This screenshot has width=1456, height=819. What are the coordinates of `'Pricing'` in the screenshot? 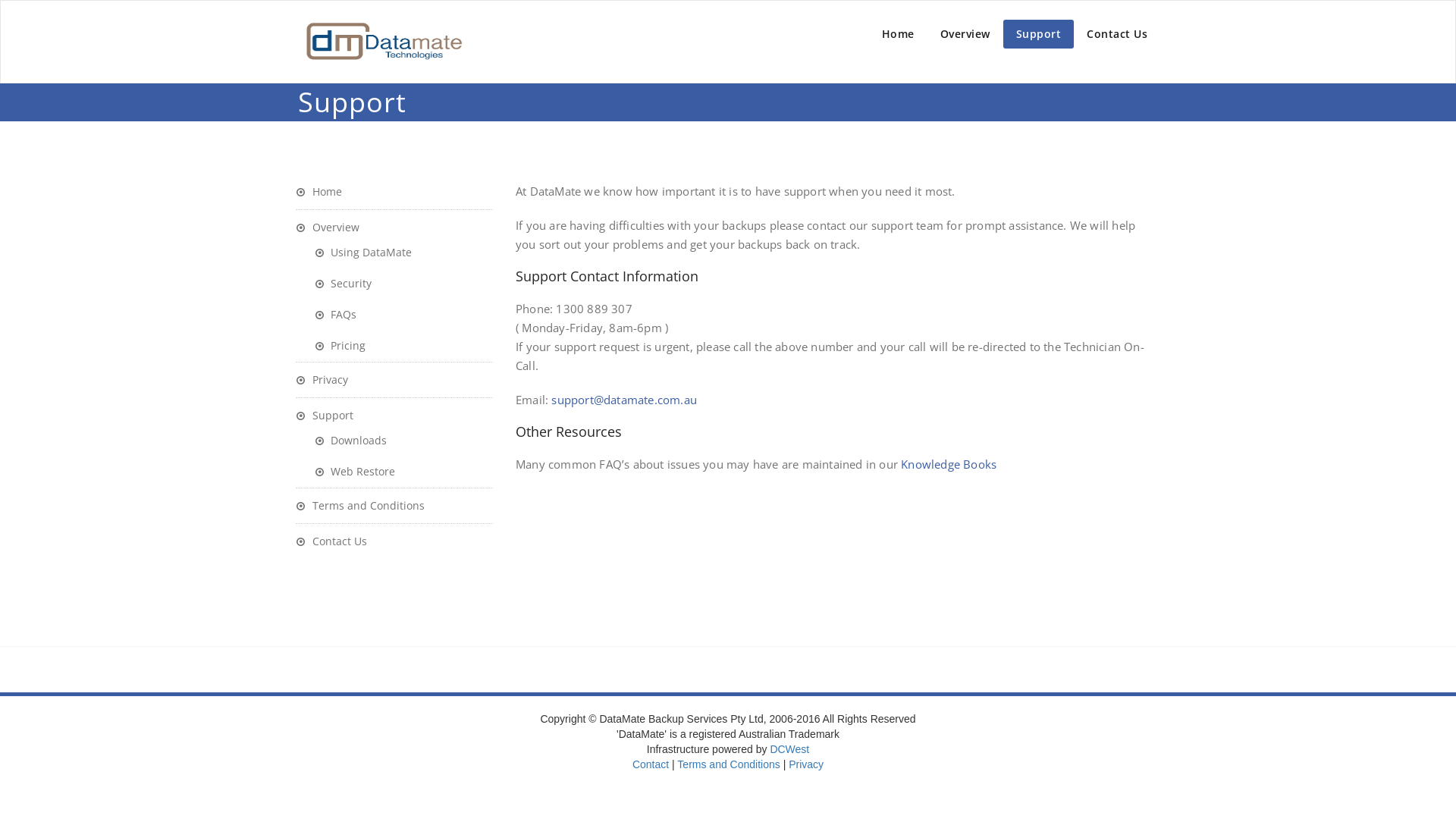 It's located at (339, 345).